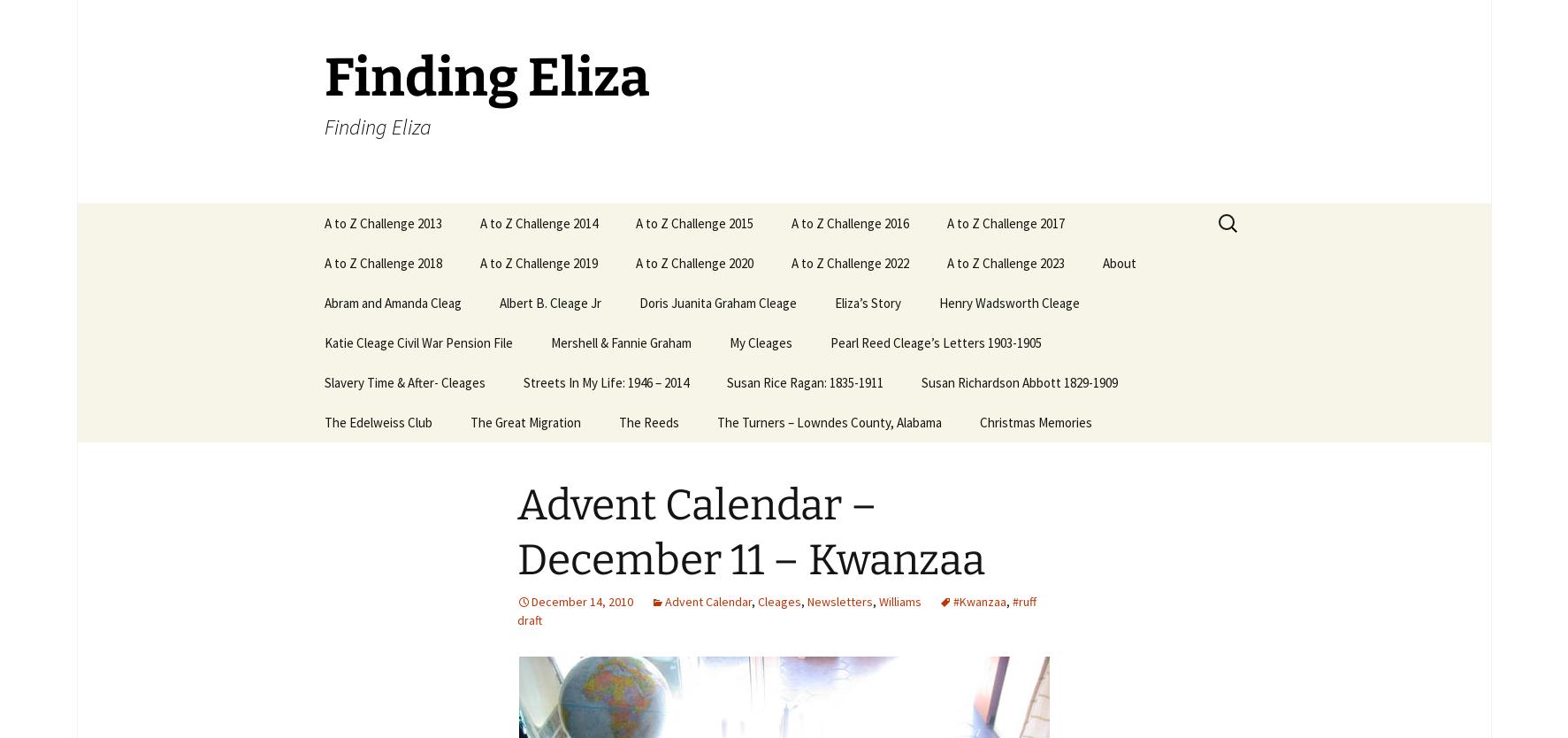 The image size is (1568, 738). Describe the element at coordinates (1008, 303) in the screenshot. I see `'Henry Wadsworth Cleage'` at that location.